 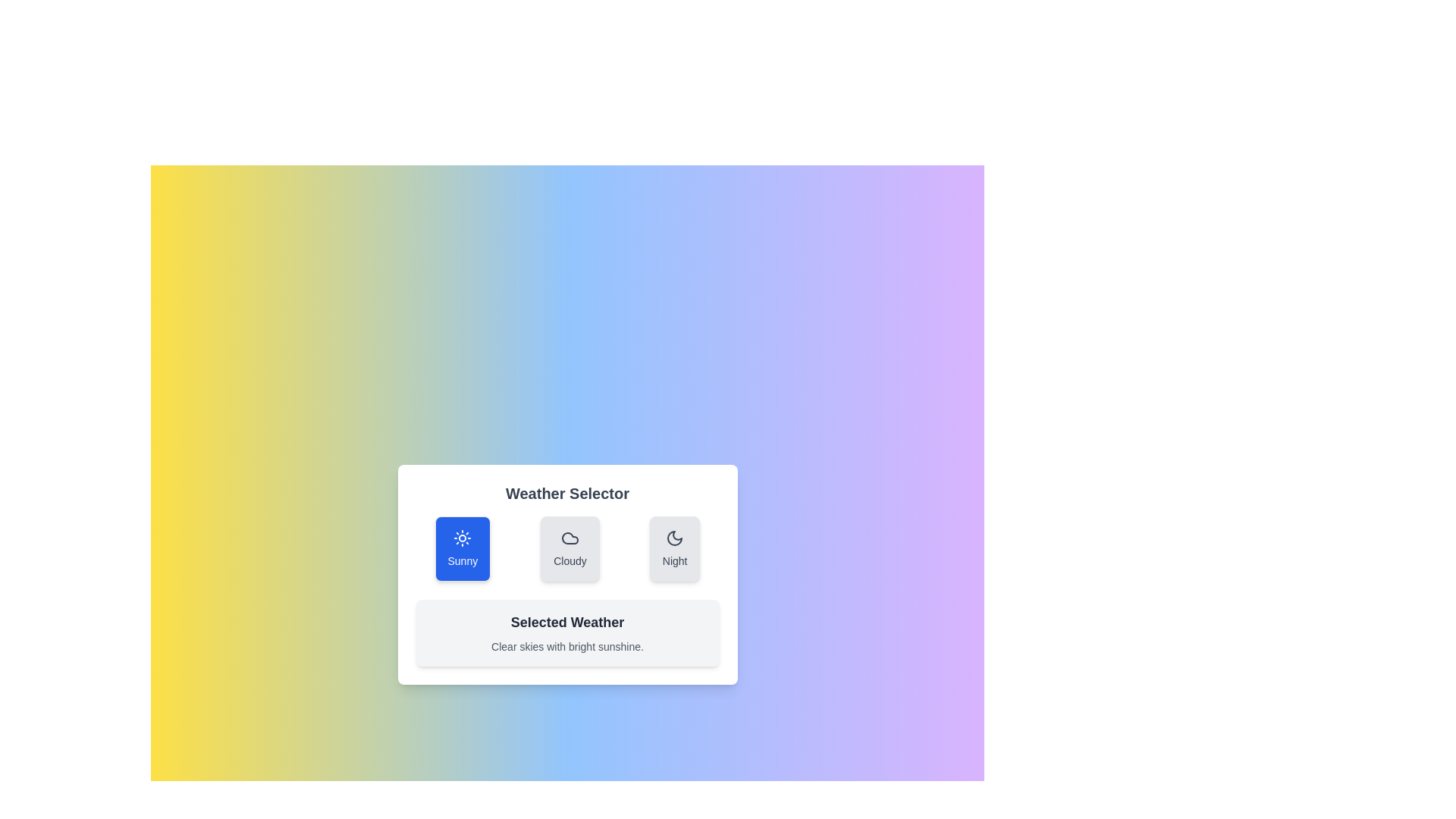 What do you see at coordinates (674, 537) in the screenshot?
I see `the 'Night' SVG Icon in the weather selector interface` at bounding box center [674, 537].